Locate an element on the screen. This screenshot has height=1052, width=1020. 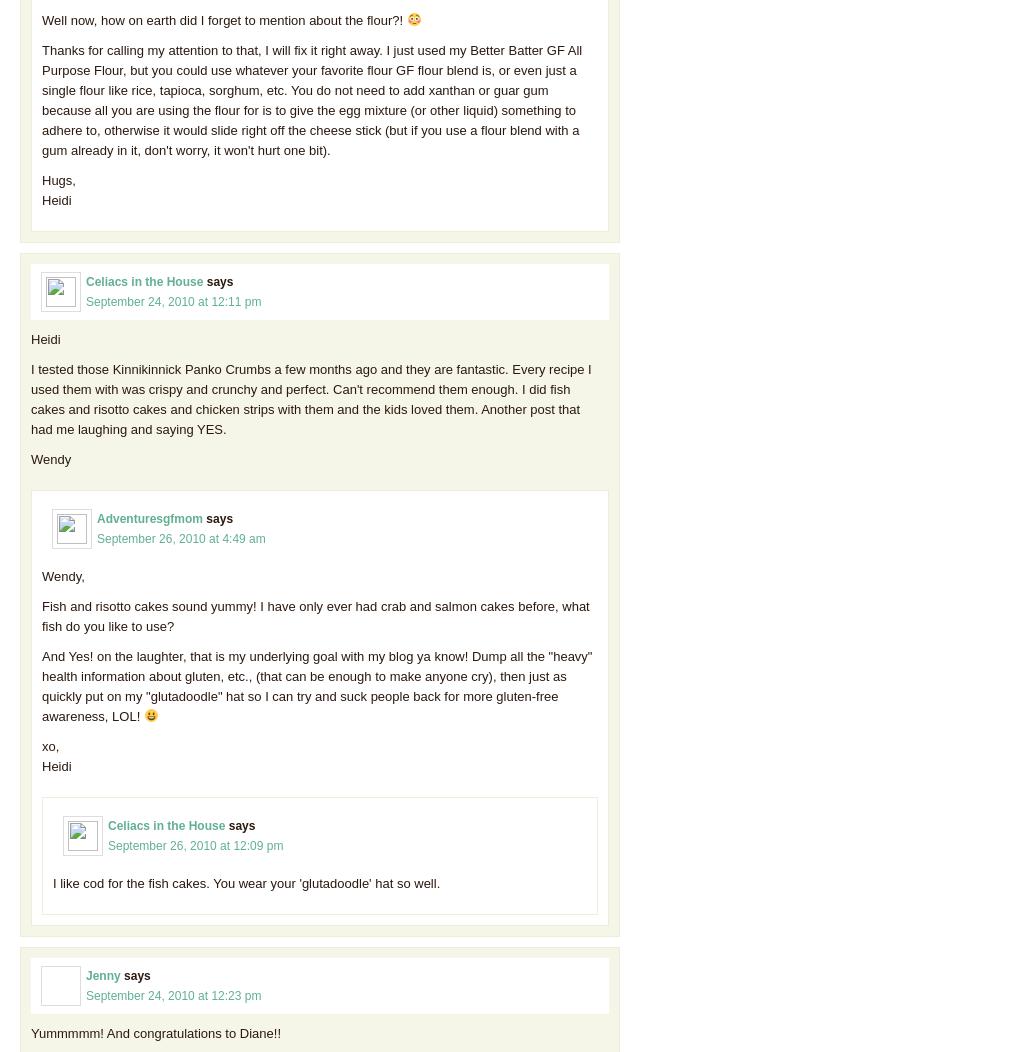
'September 24, 2010 at 12:23 pm' is located at coordinates (172, 994).